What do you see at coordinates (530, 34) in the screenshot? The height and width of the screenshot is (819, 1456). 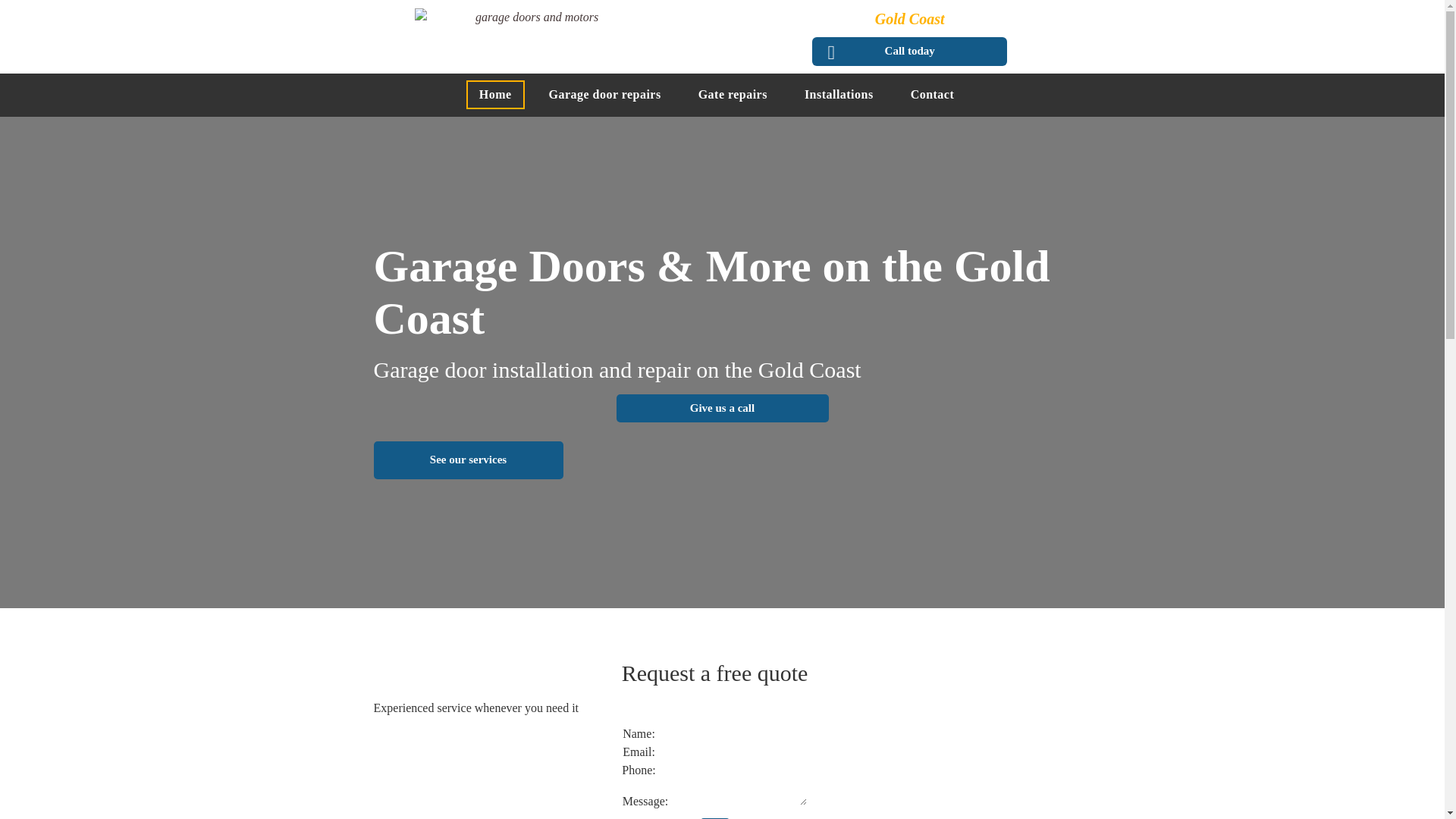 I see `'Garage Doors & Motors'` at bounding box center [530, 34].